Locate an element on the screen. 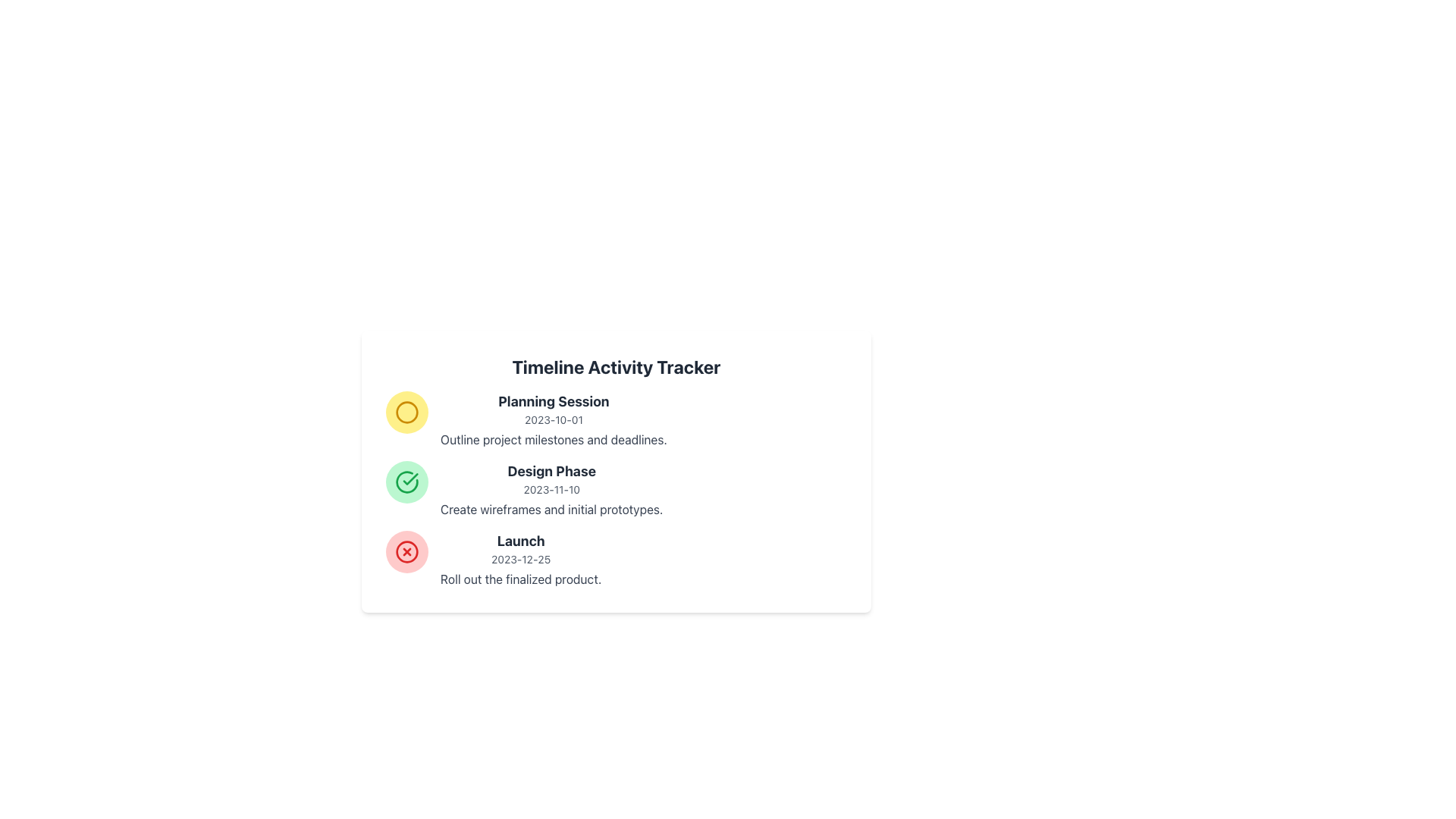  text content of the labeled section or card containing the title 'Launch', the date '2023-12-25', and the description 'Roll out the finalized product.' located in the third item of the vertical timeline display is located at coordinates (521, 559).